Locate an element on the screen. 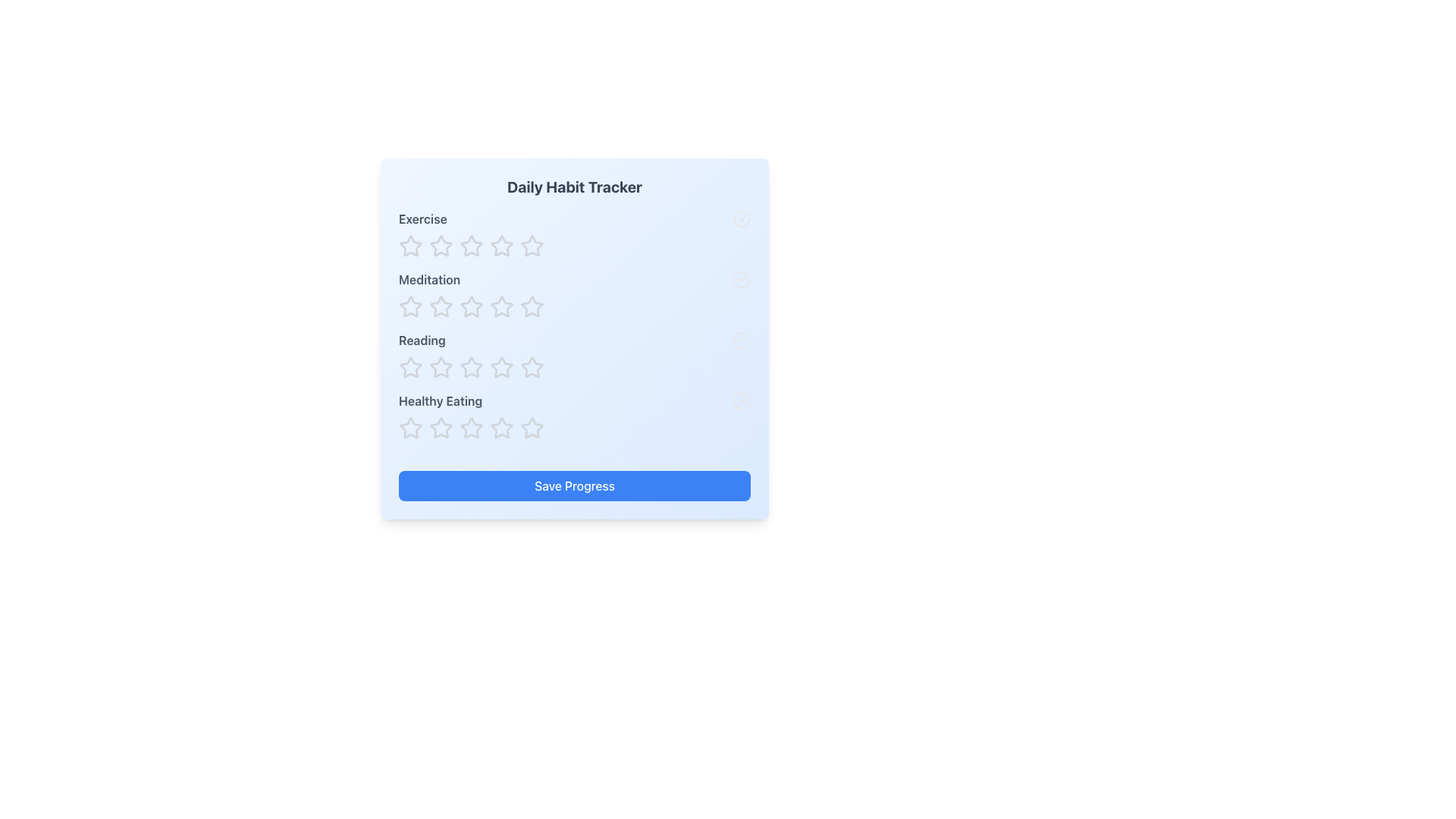  the first star-shaped icon in the row under the 'Exercise' label in the 'Daily Habit Tracker' section to rate it is located at coordinates (440, 245).